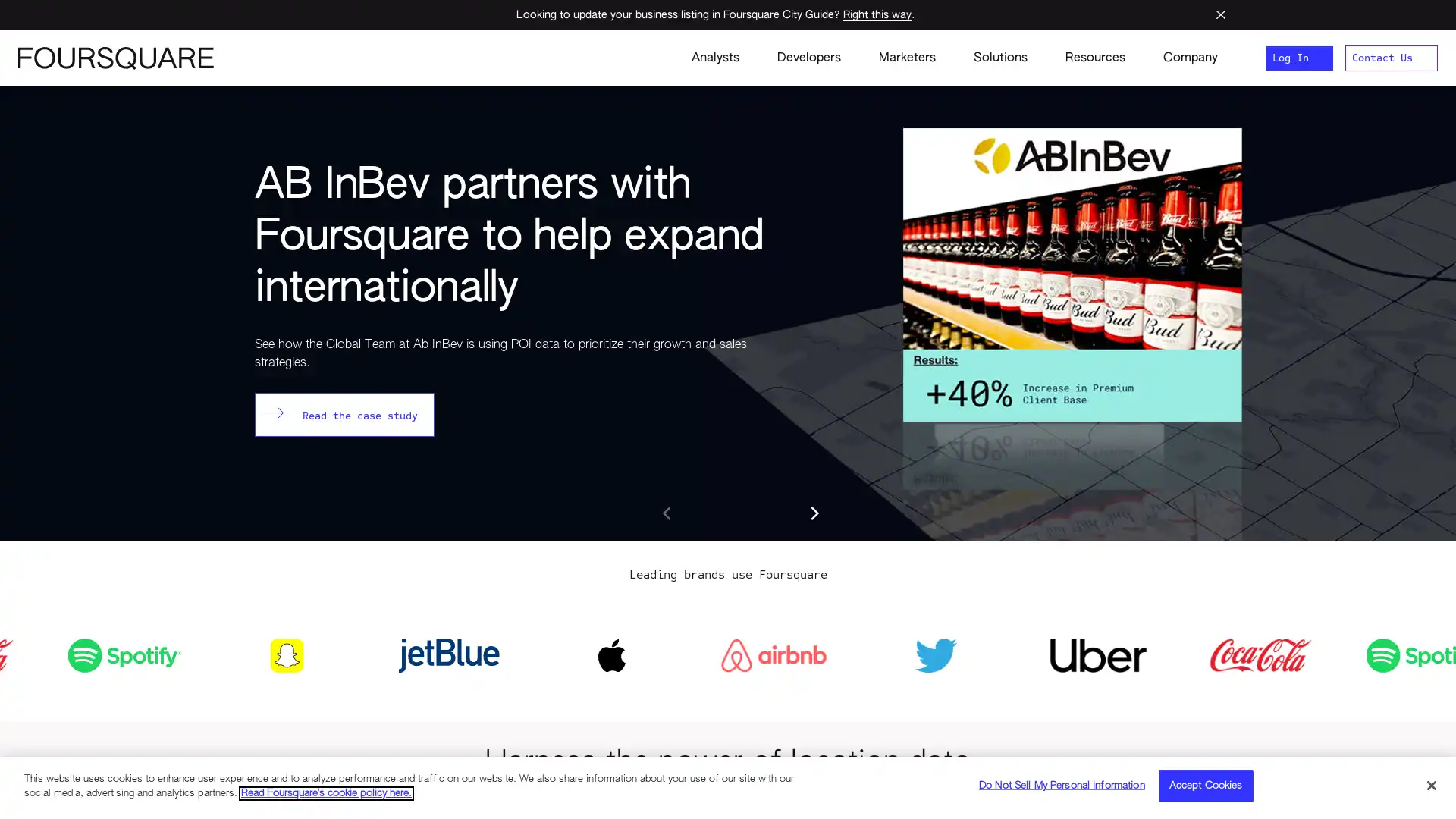  What do you see at coordinates (907, 58) in the screenshot?
I see `Marketers` at bounding box center [907, 58].